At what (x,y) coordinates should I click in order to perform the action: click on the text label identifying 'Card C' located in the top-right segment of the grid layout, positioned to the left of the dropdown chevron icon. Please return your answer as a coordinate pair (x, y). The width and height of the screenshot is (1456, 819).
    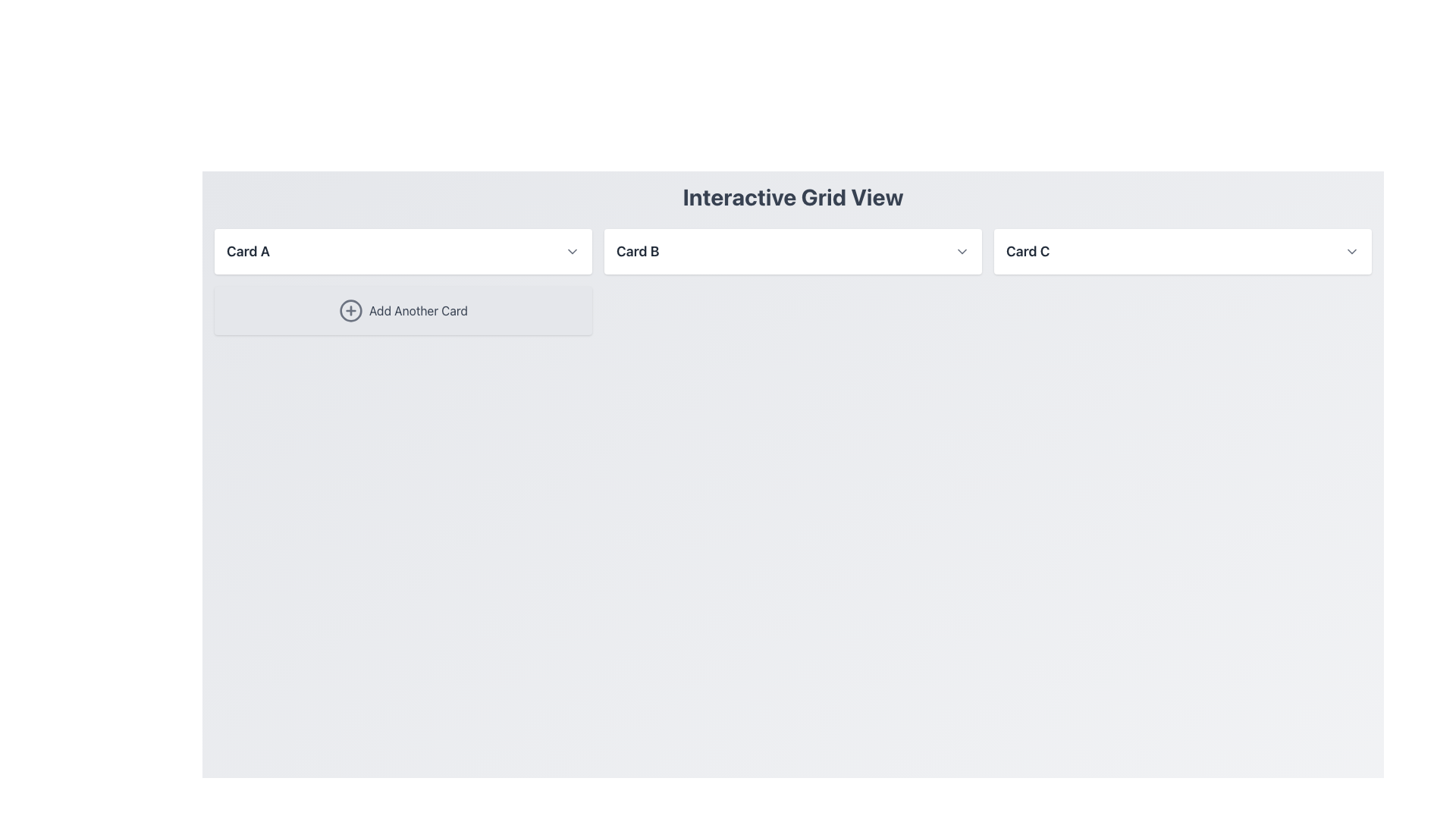
    Looking at the image, I should click on (1028, 250).